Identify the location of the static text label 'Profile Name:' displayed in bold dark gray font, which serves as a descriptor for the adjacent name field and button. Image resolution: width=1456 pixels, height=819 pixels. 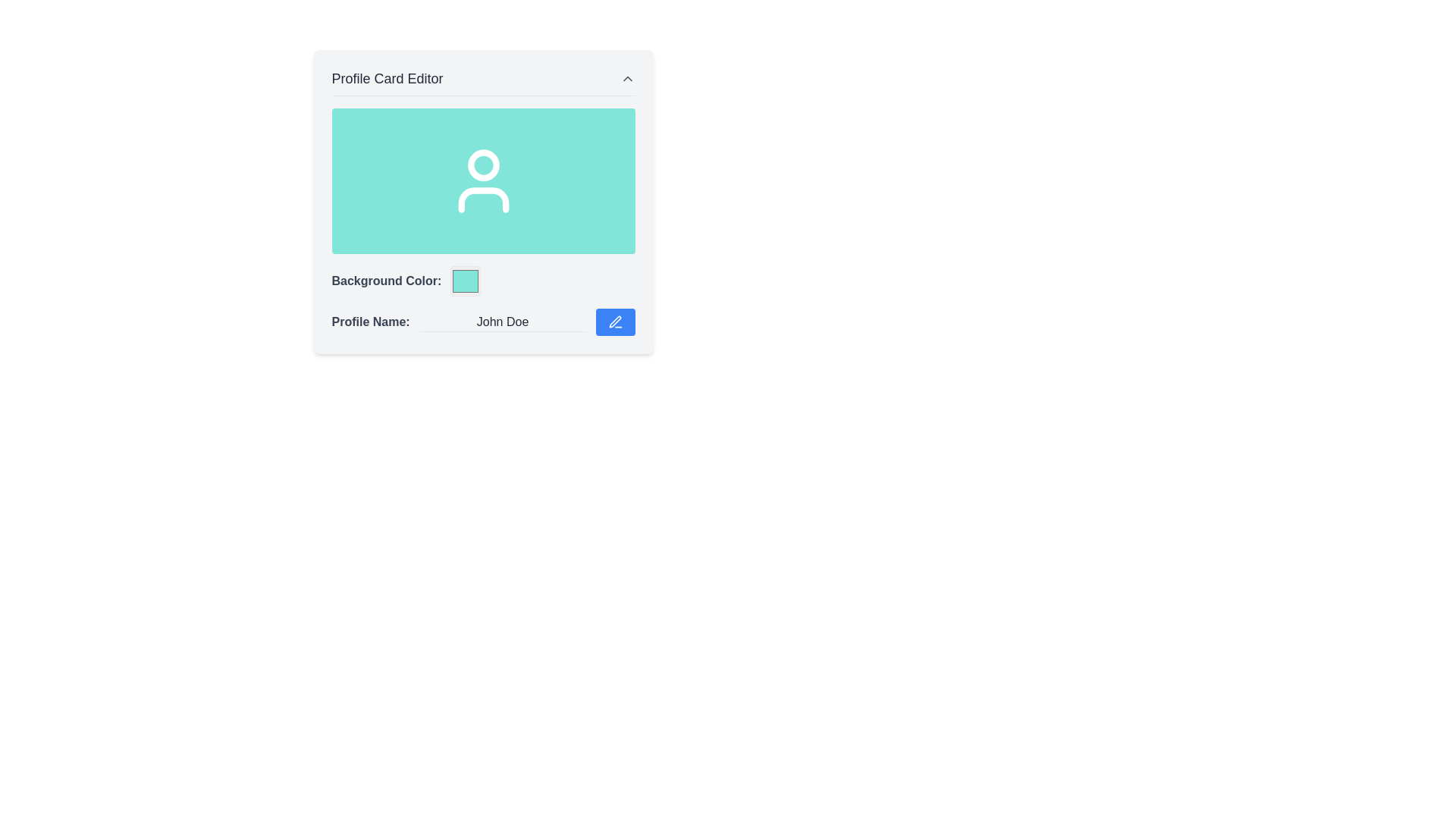
(371, 321).